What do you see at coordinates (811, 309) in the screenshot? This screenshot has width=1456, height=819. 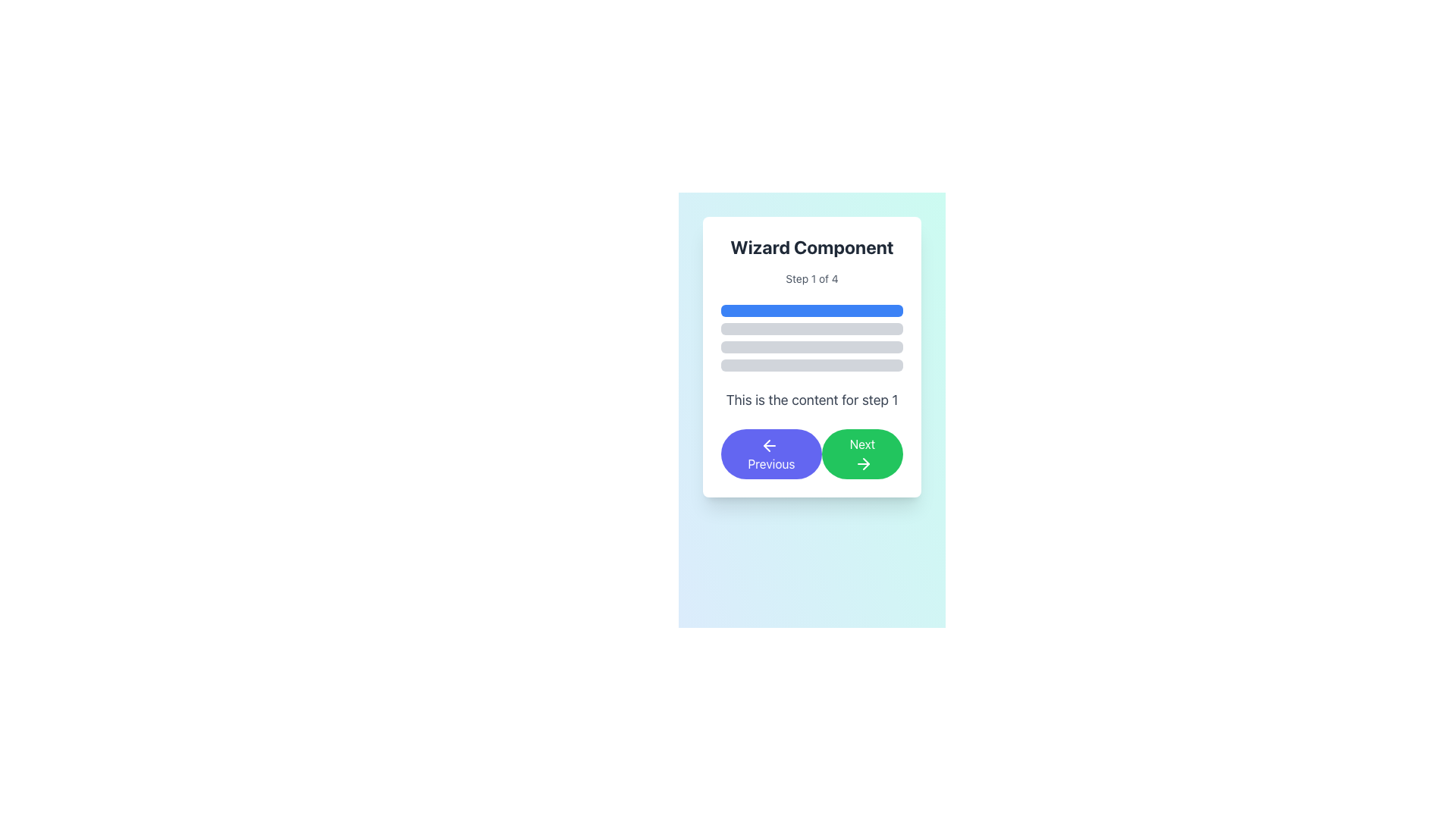 I see `the first blue progress indicator bar located at the top center of the white card layout, which is situated below the 'Step 1 of 4' text` at bounding box center [811, 309].